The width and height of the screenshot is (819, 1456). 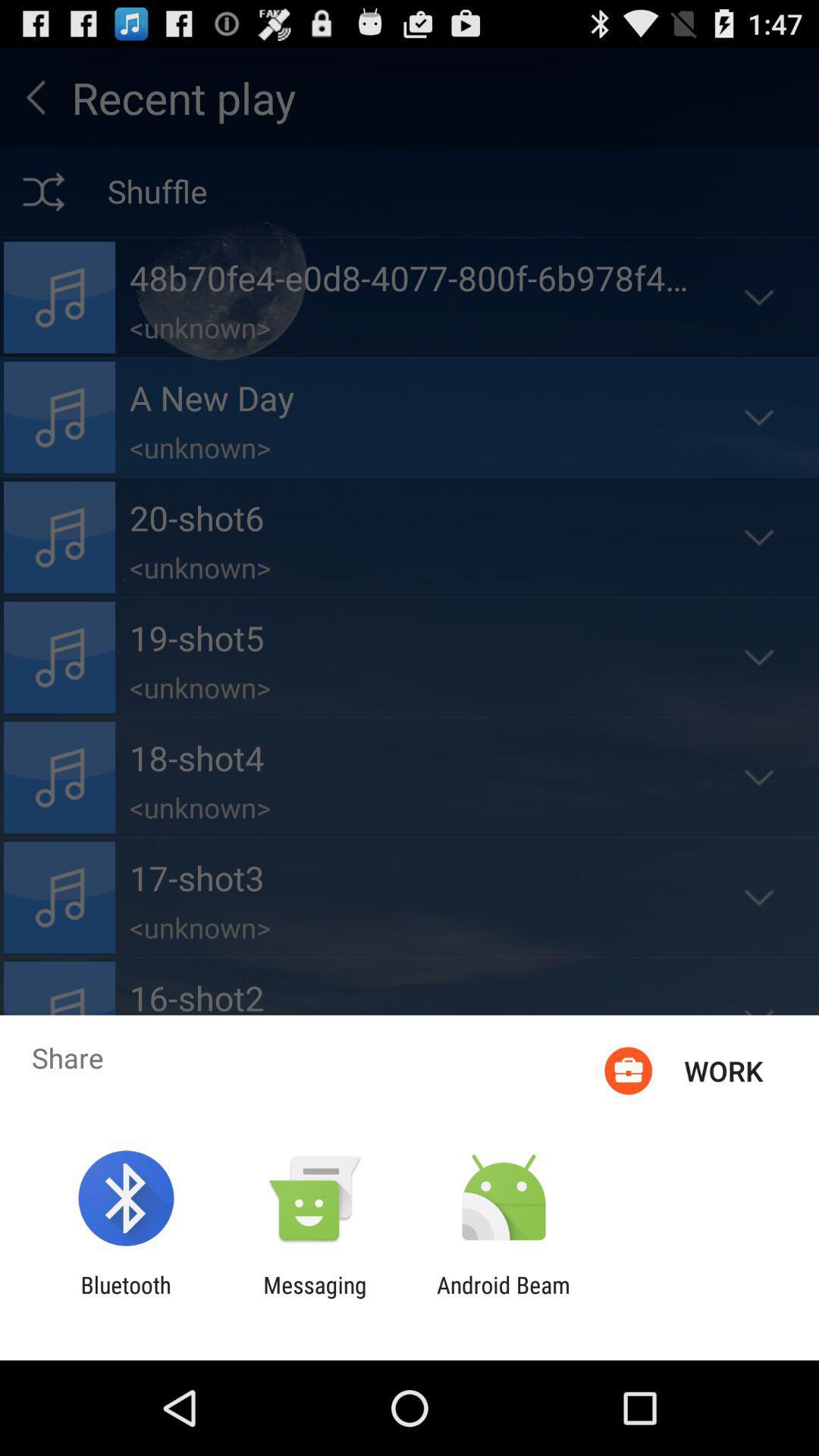 What do you see at coordinates (314, 1298) in the screenshot?
I see `the messaging icon` at bounding box center [314, 1298].